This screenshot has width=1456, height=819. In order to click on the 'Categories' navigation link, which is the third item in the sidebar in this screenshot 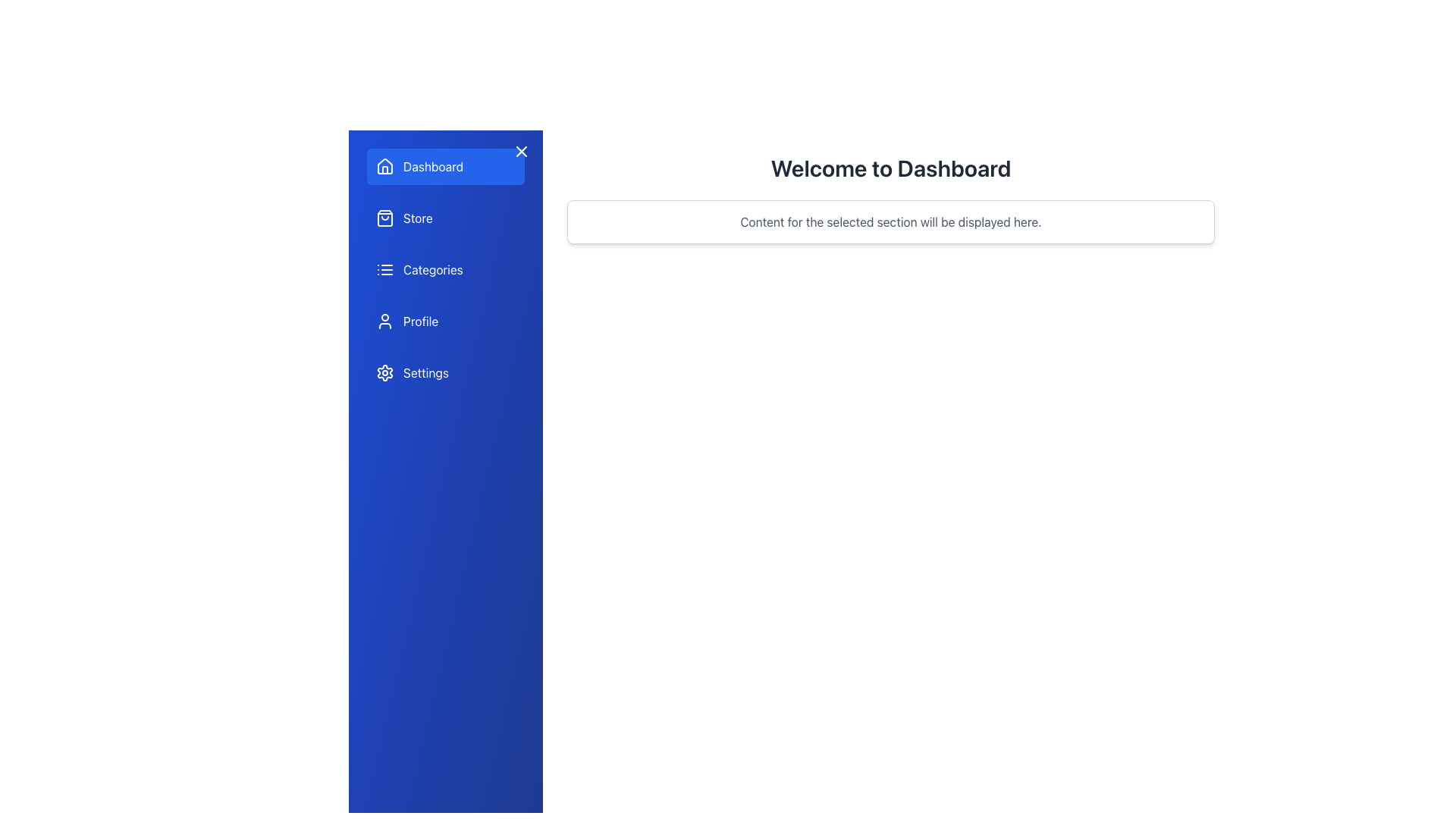, I will do `click(445, 268)`.